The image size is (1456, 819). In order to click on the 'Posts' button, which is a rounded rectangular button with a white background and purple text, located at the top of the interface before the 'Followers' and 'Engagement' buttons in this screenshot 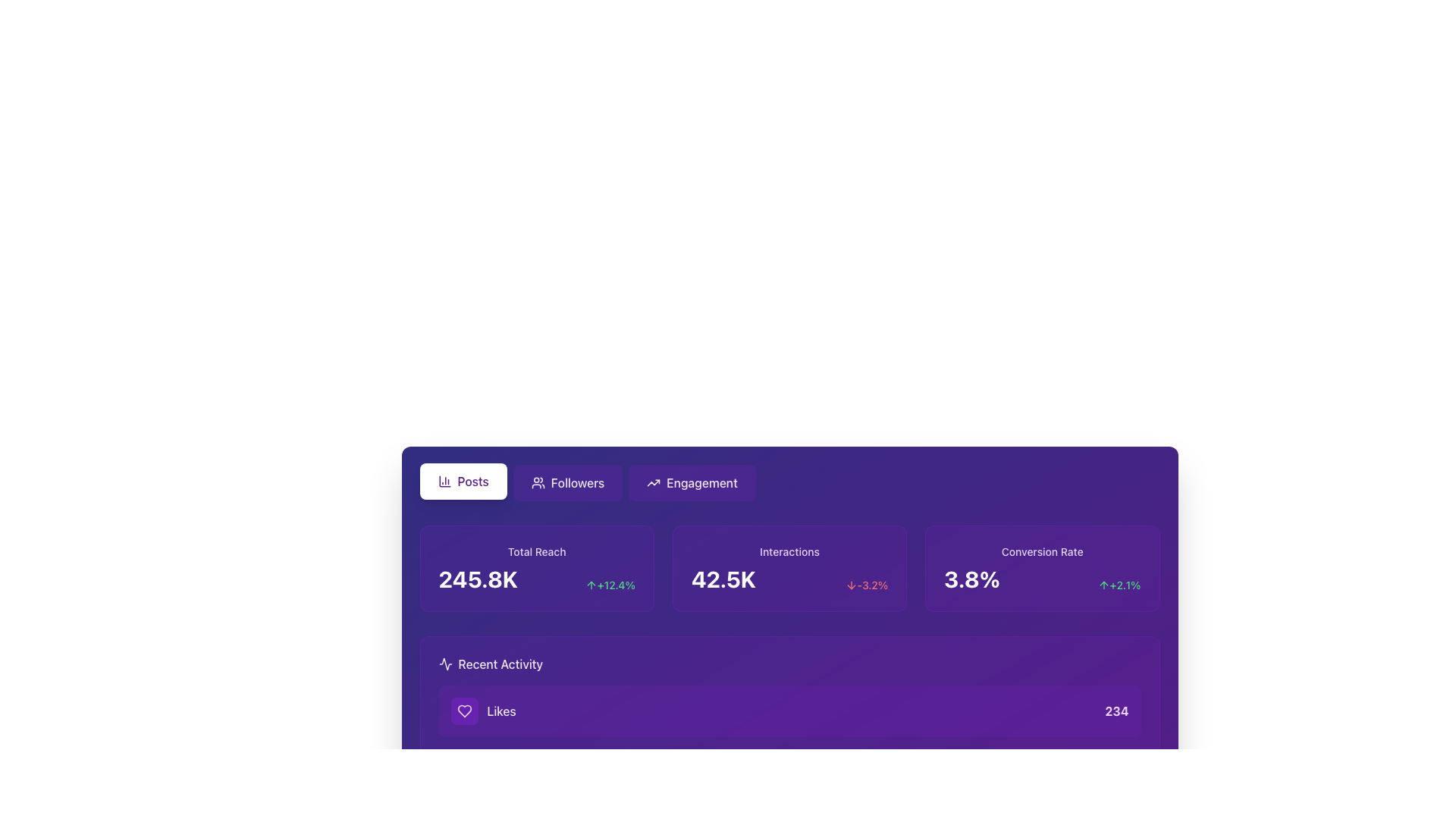, I will do `click(463, 482)`.